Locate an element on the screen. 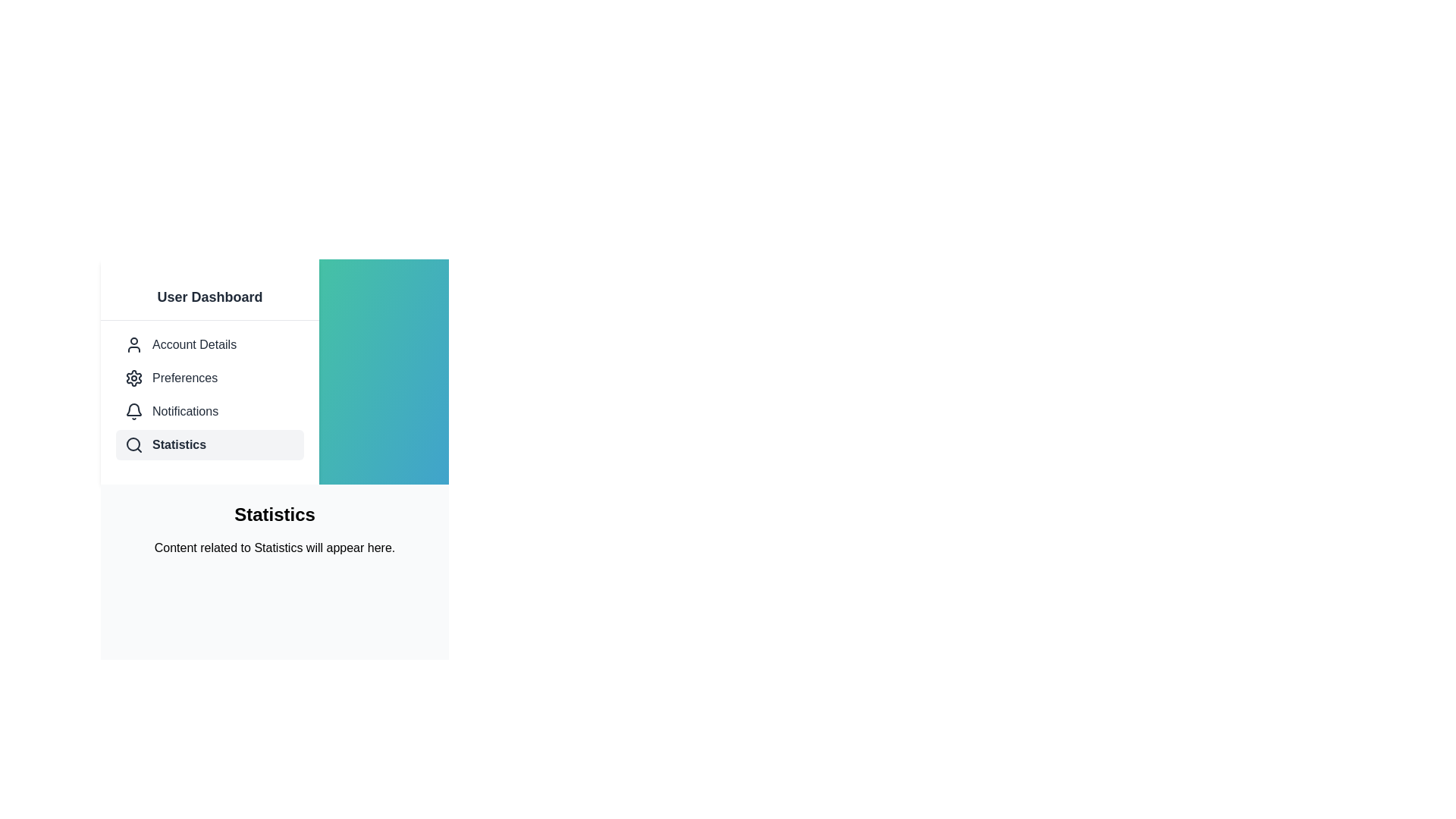 The height and width of the screenshot is (819, 1456). the circular graphic component that is part of the magnifying glass icon located under the 'User Dashboard' section is located at coordinates (133, 444).